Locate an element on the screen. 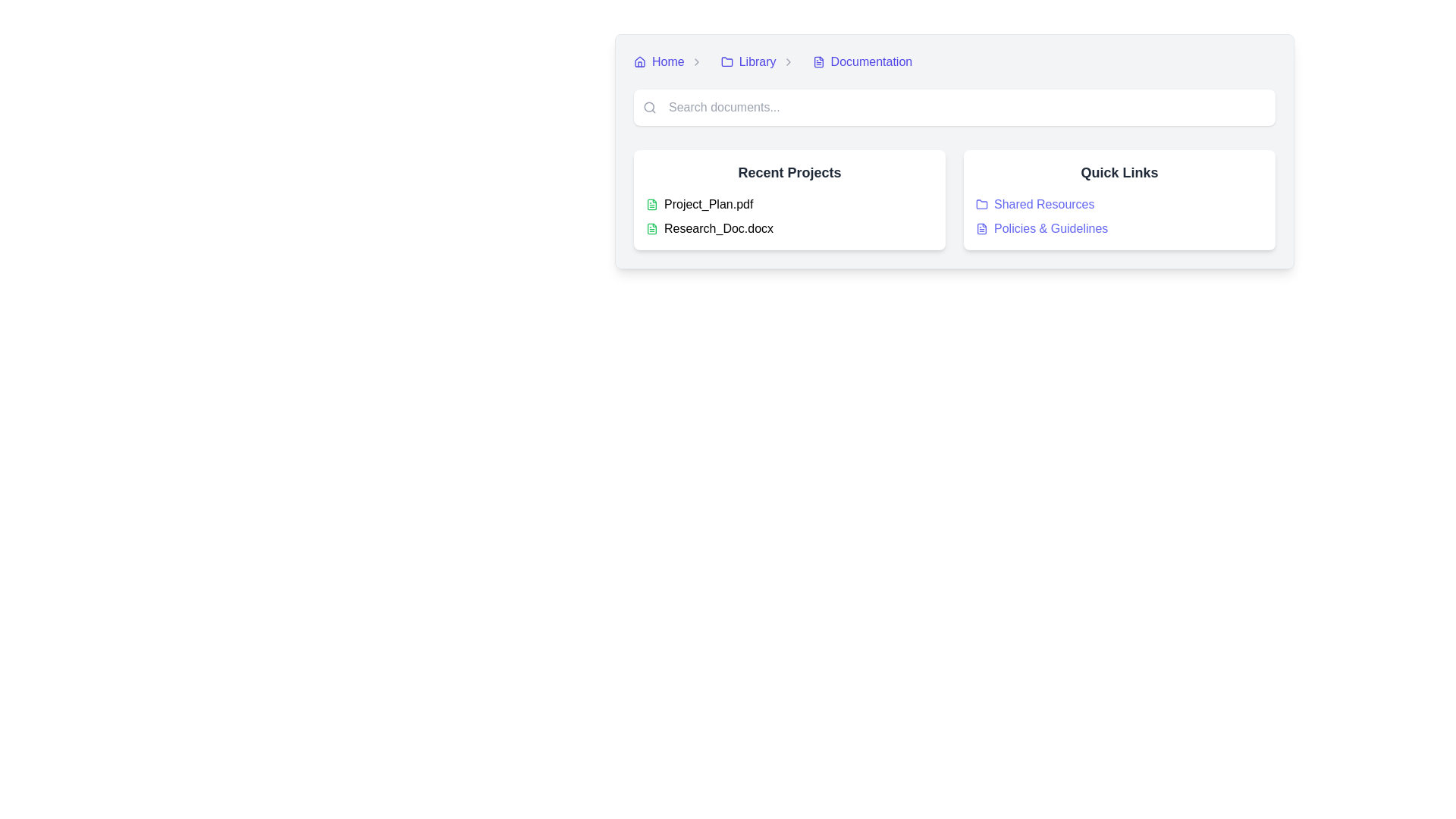  the document file icon located to the left of the text 'Research_Doc.docx' in the 'Recent Projects' section under the right card of the two-card layout is located at coordinates (651, 228).